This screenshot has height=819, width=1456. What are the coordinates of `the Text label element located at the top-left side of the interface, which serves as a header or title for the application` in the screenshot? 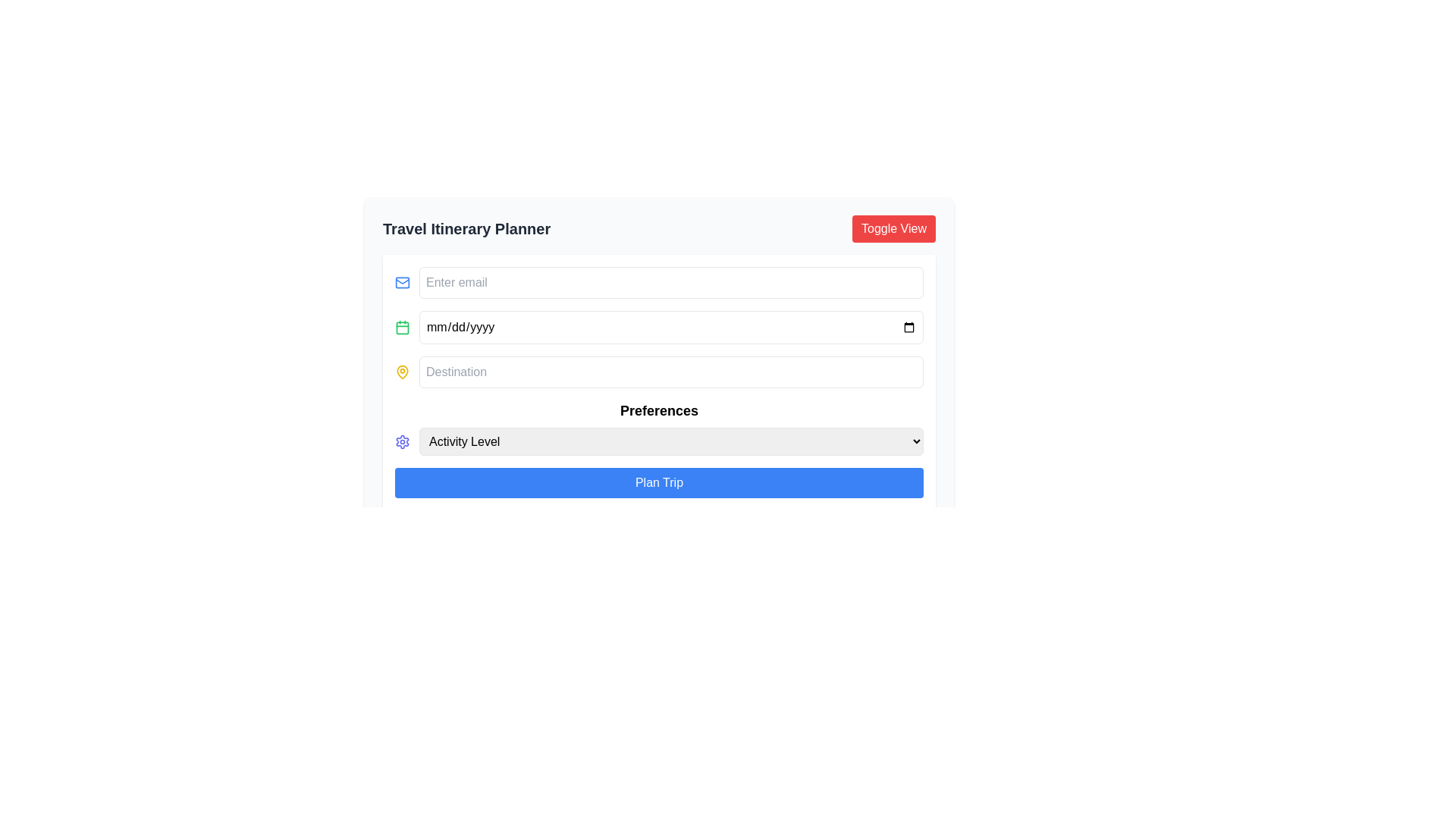 It's located at (466, 228).